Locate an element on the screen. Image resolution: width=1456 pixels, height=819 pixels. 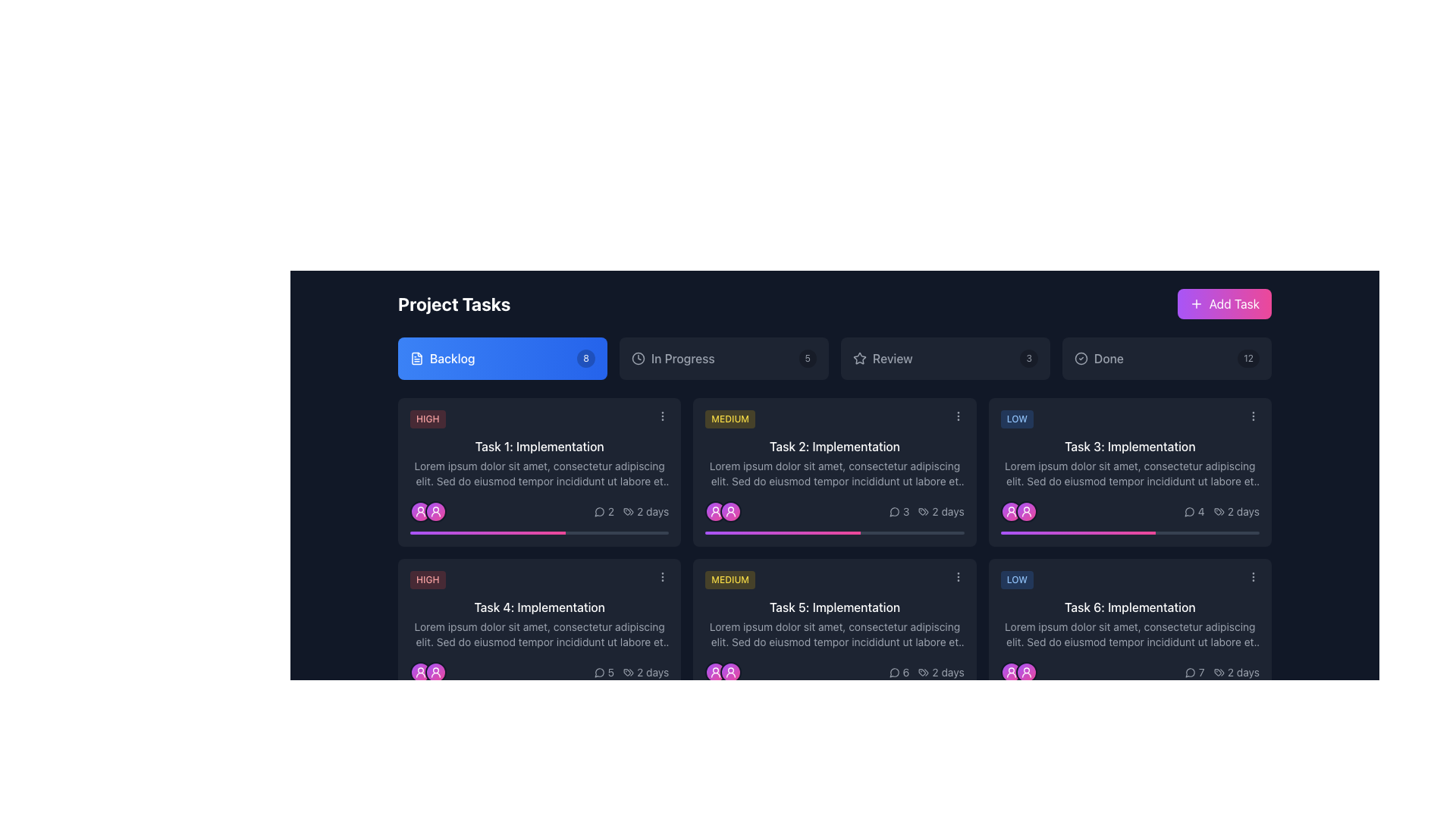
the text label displaying the count of comments or messages associated with 'Task 2: Implementation', which shows '3' and is located in the bottom right corner of the task card is located at coordinates (906, 512).